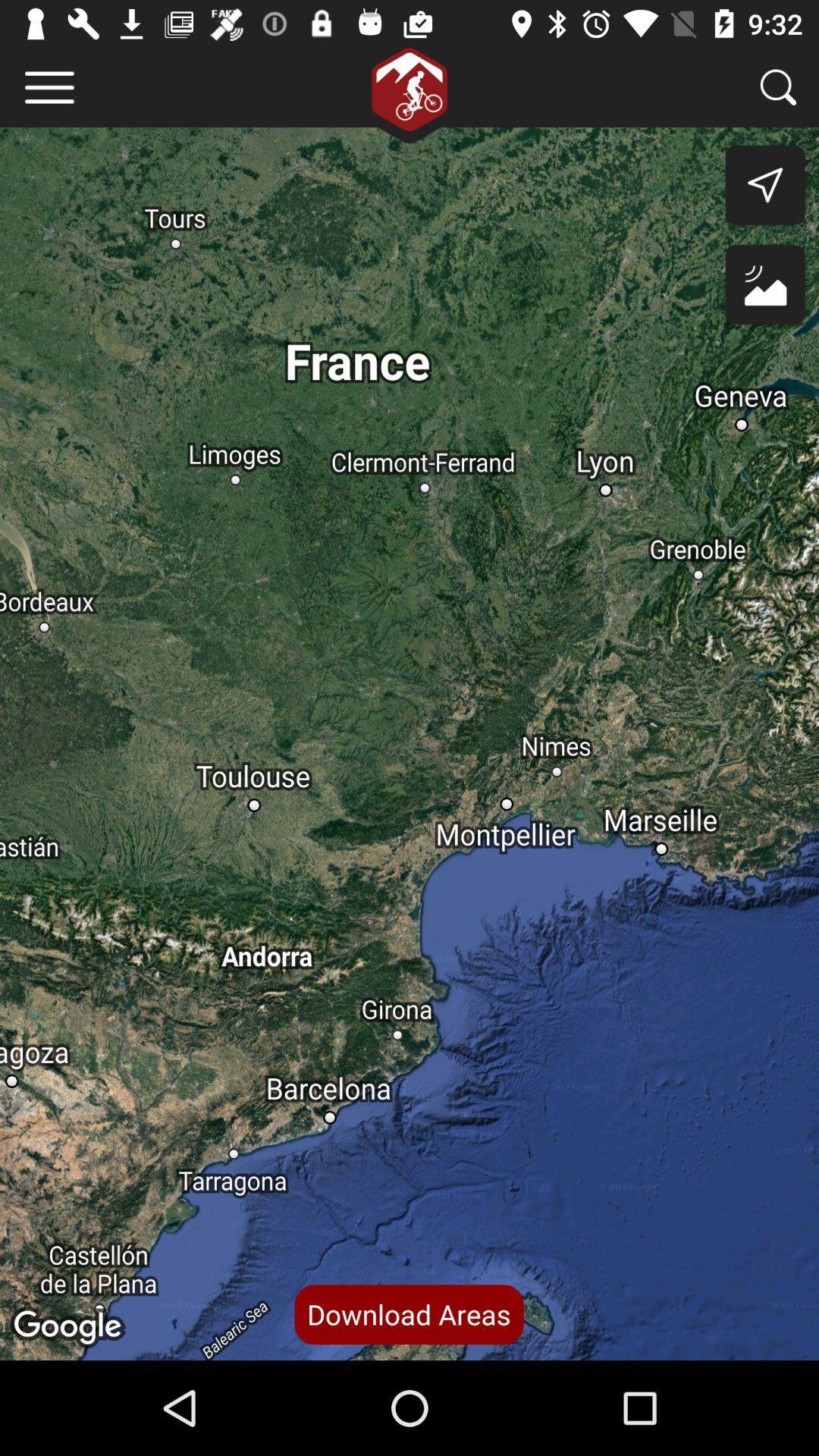 The width and height of the screenshot is (819, 1456). What do you see at coordinates (49, 86) in the screenshot?
I see `item at the top left corner` at bounding box center [49, 86].